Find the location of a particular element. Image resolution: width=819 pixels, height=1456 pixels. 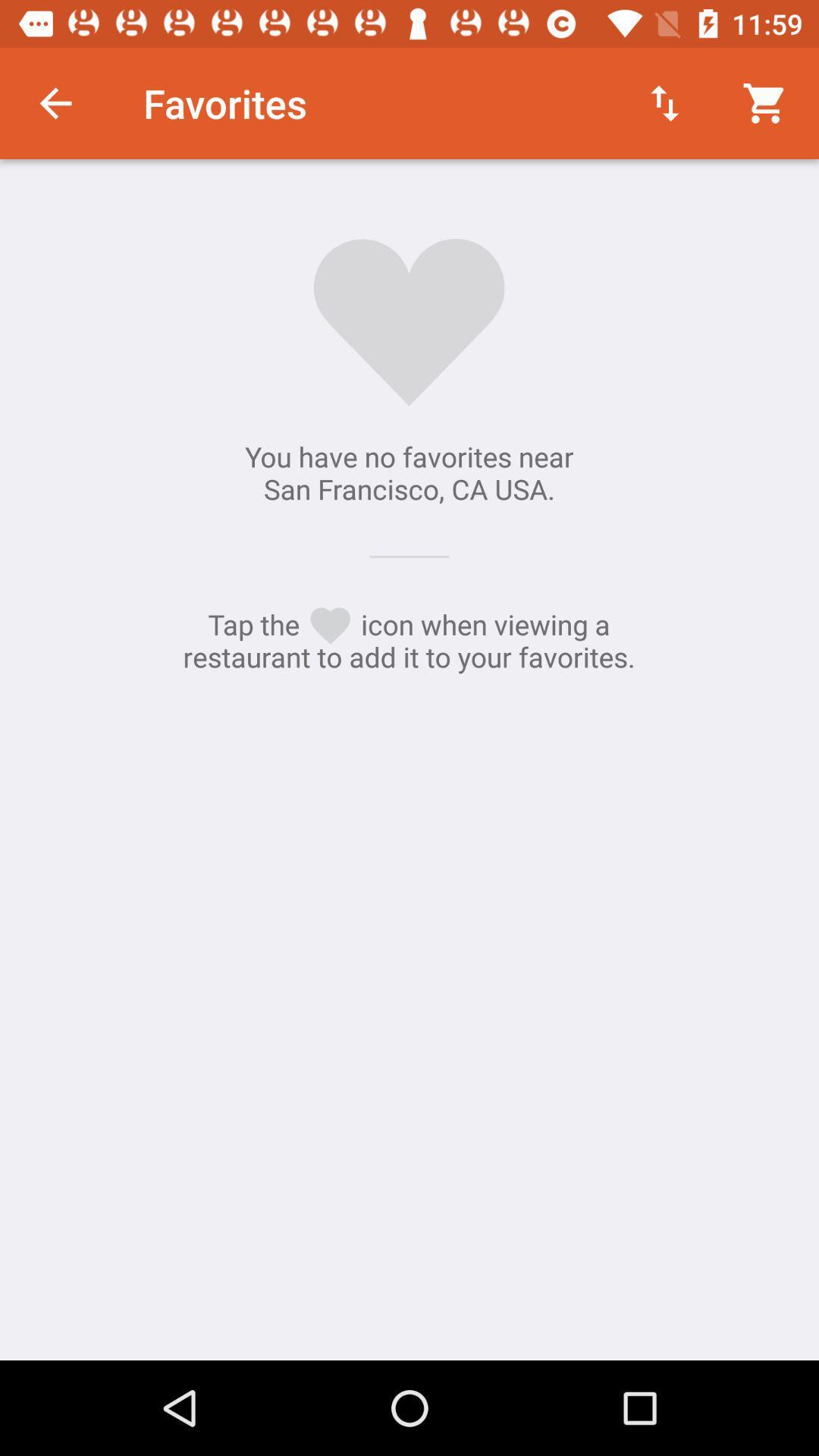

the item next to favorites item is located at coordinates (664, 102).